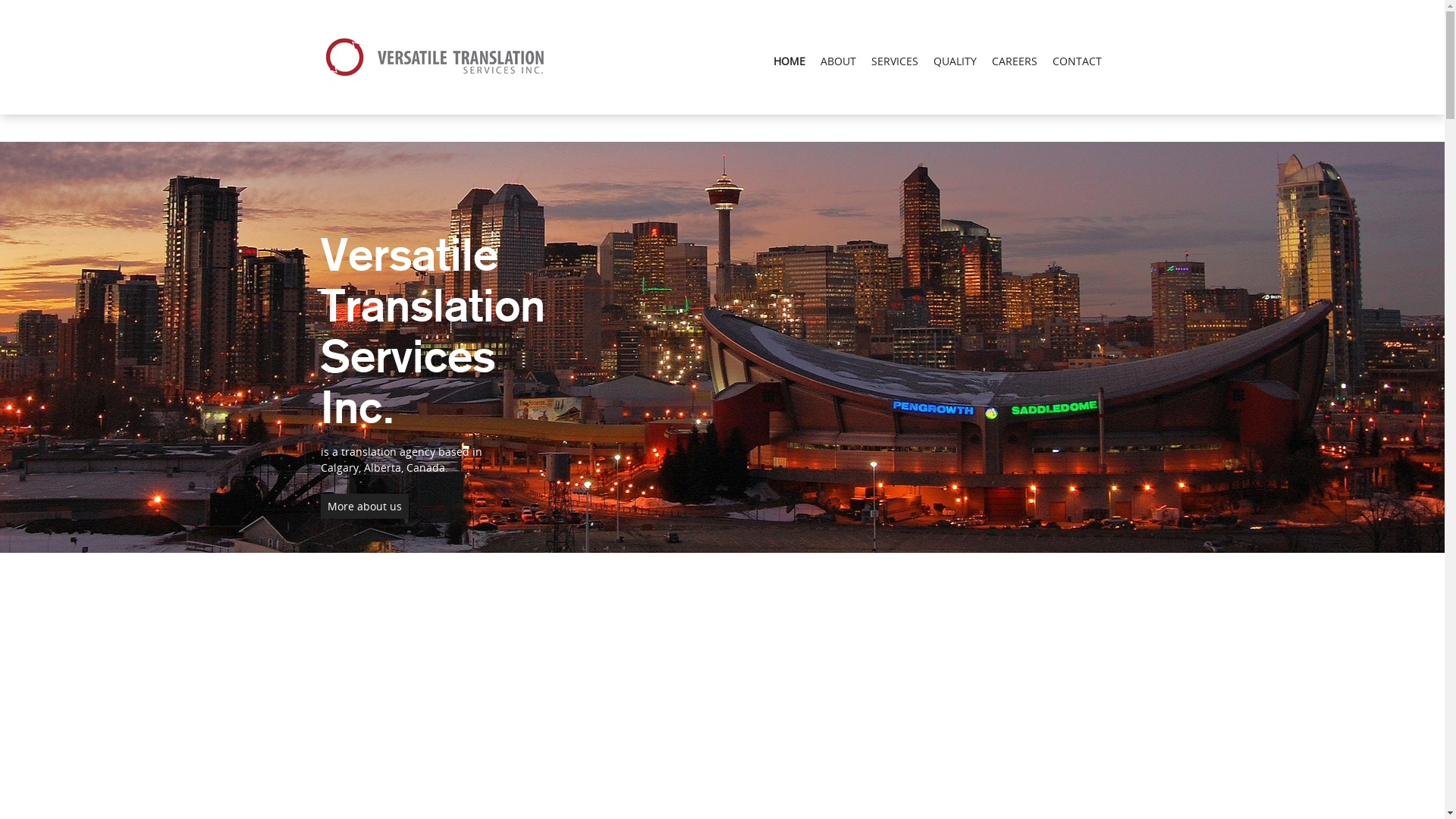  I want to click on 'Google+', so click(20, 8).